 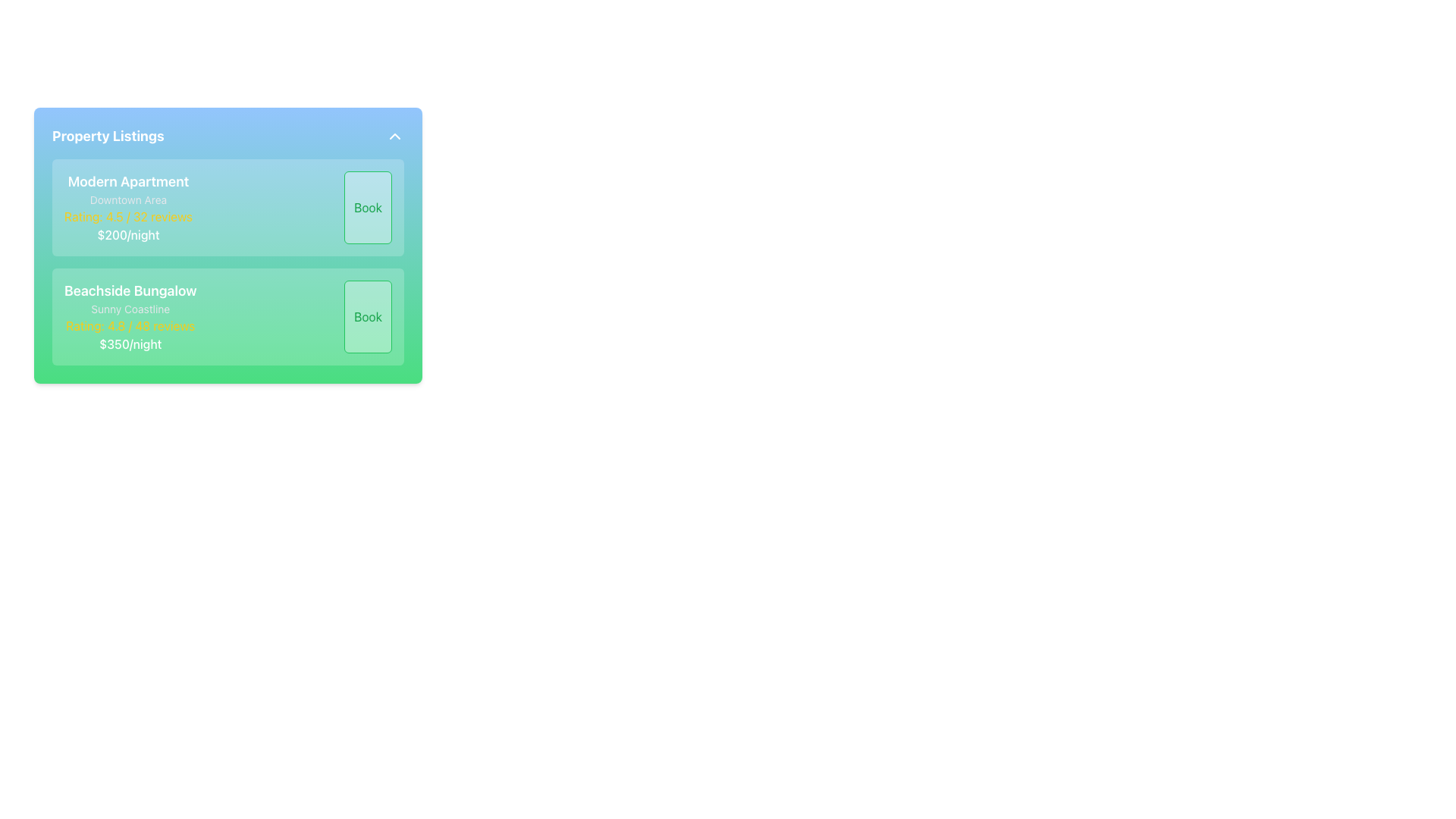 I want to click on details of the Text block containing property listing information, which includes the title 'Modern Apartment', location 'Downtown Area', a rating of 4.5, and a cost of $200 per night, so click(x=128, y=207).